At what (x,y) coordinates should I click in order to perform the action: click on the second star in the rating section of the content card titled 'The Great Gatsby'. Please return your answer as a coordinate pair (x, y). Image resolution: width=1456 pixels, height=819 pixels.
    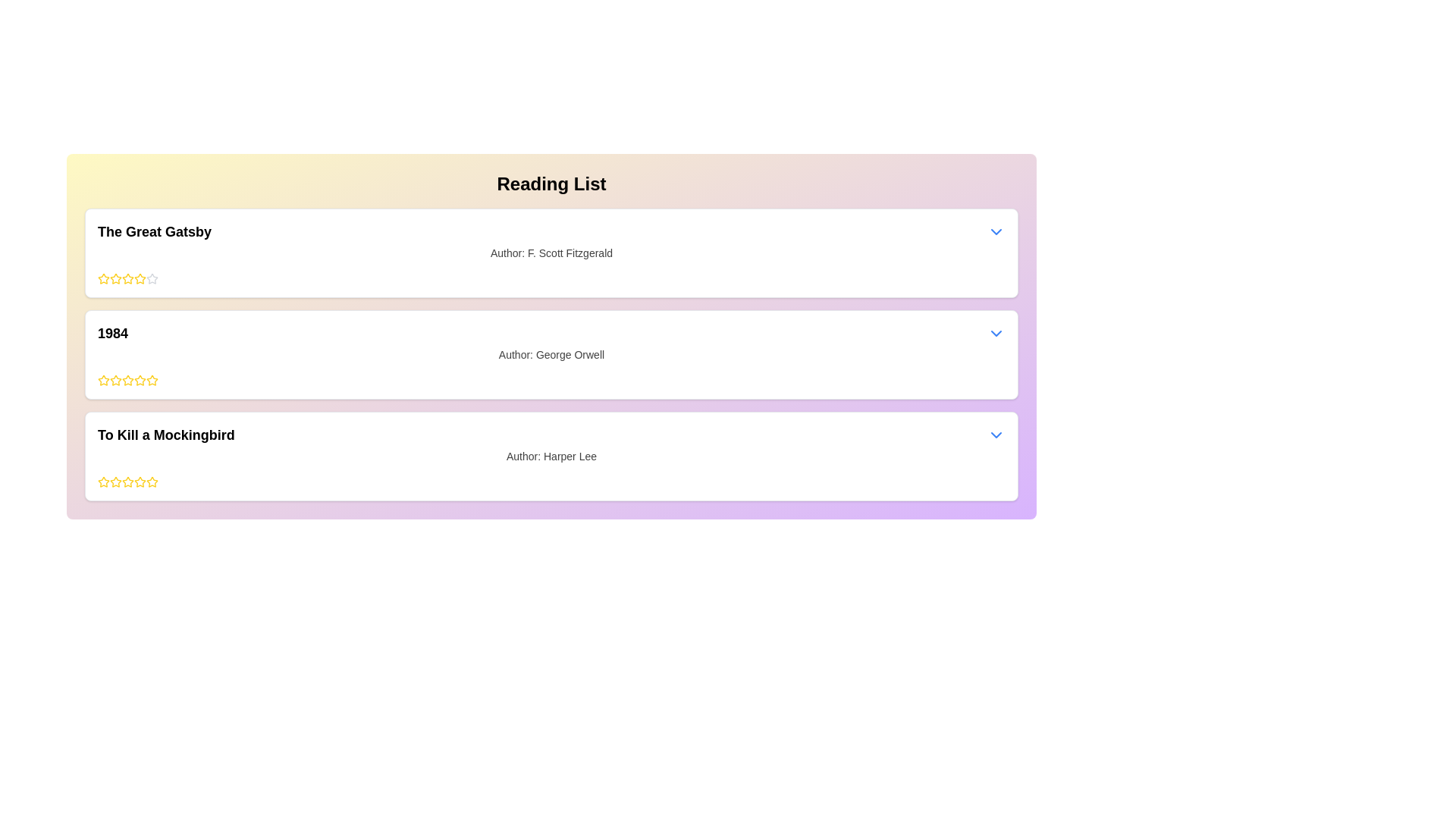
    Looking at the image, I should click on (152, 278).